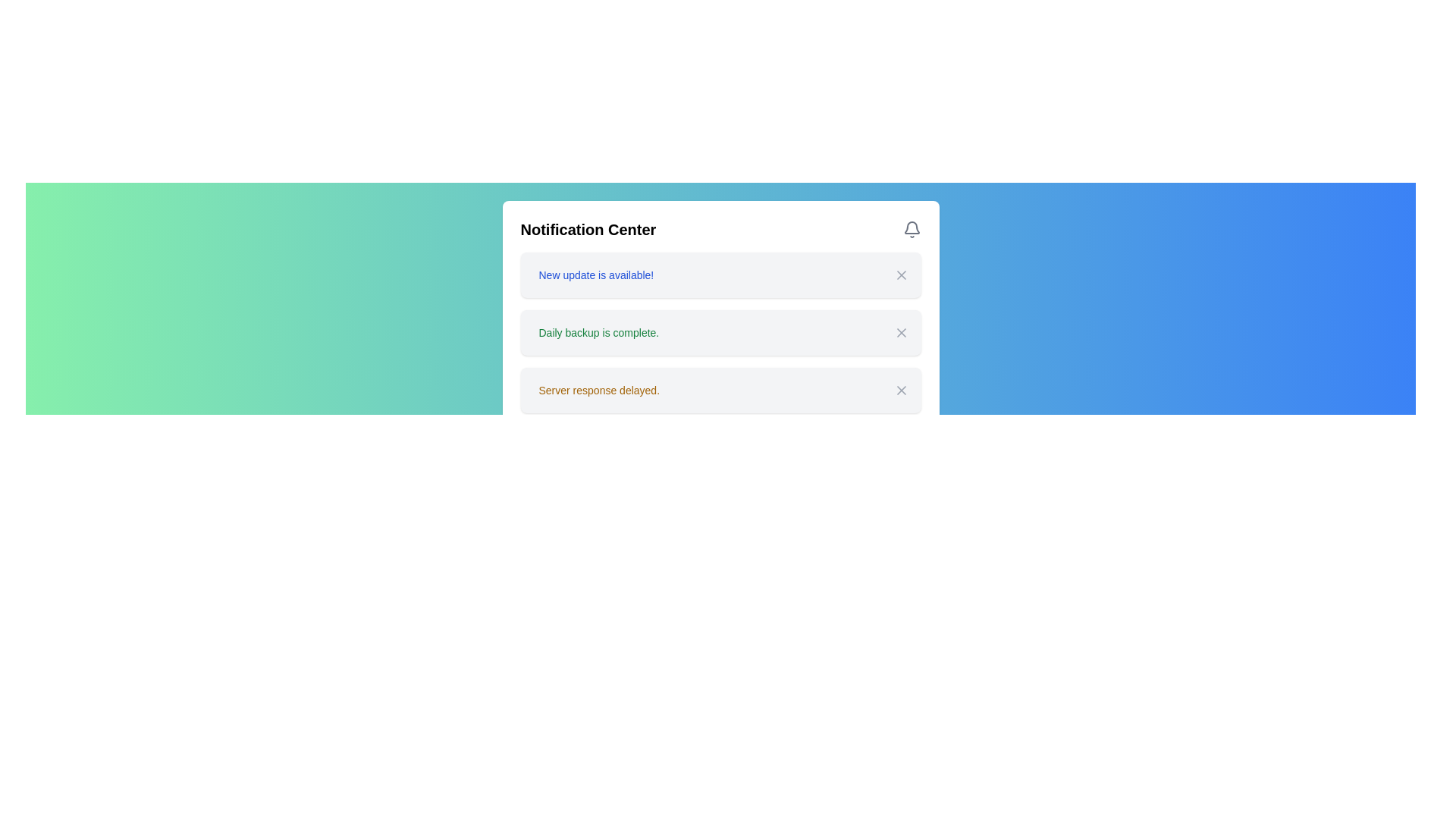  I want to click on the first notification item in the notification center panel, which displays the message 'New update is available!' for accessibility options, so click(720, 275).